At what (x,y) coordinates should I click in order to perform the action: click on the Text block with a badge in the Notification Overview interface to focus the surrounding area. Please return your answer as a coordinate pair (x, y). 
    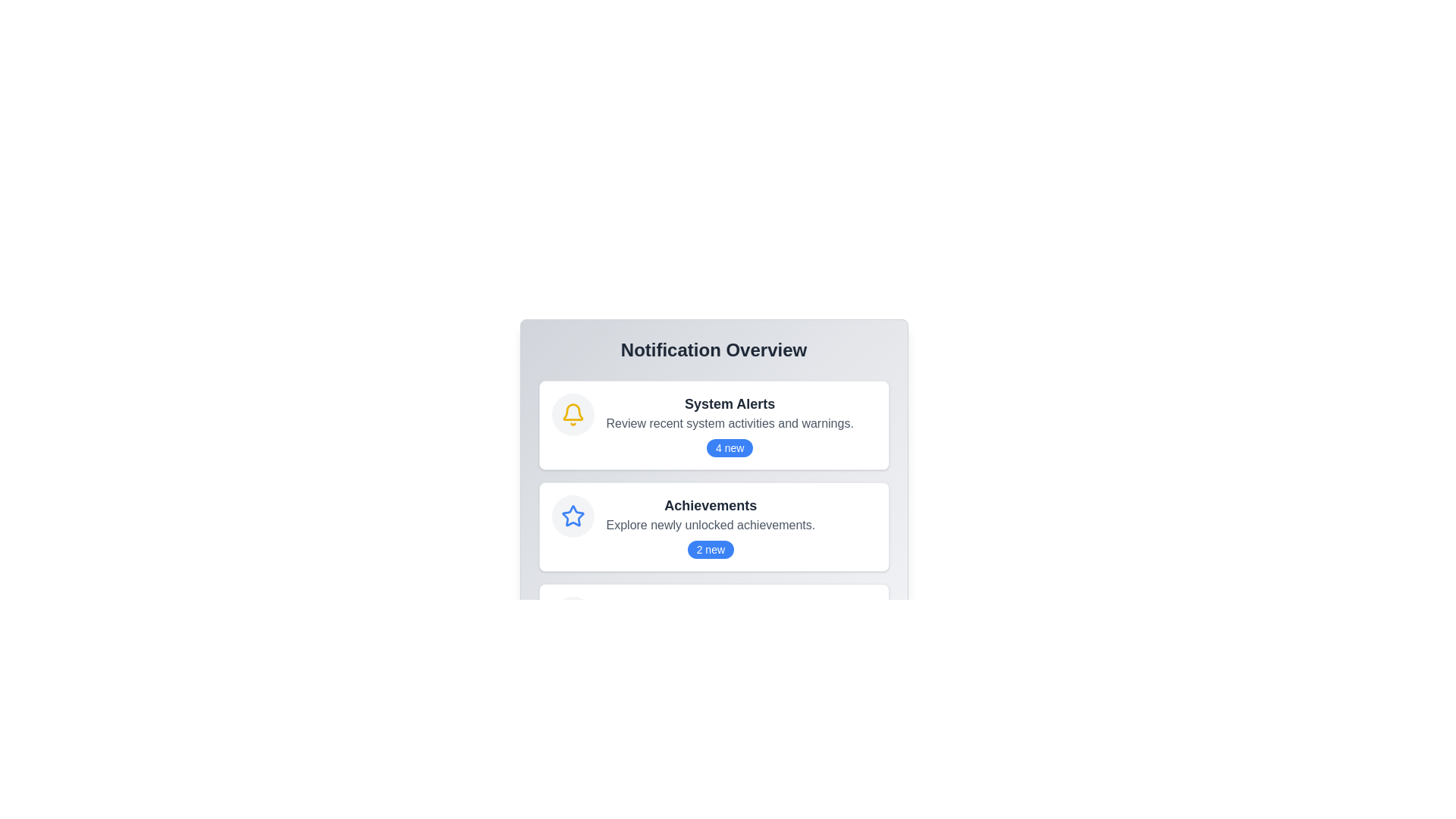
    Looking at the image, I should click on (730, 425).